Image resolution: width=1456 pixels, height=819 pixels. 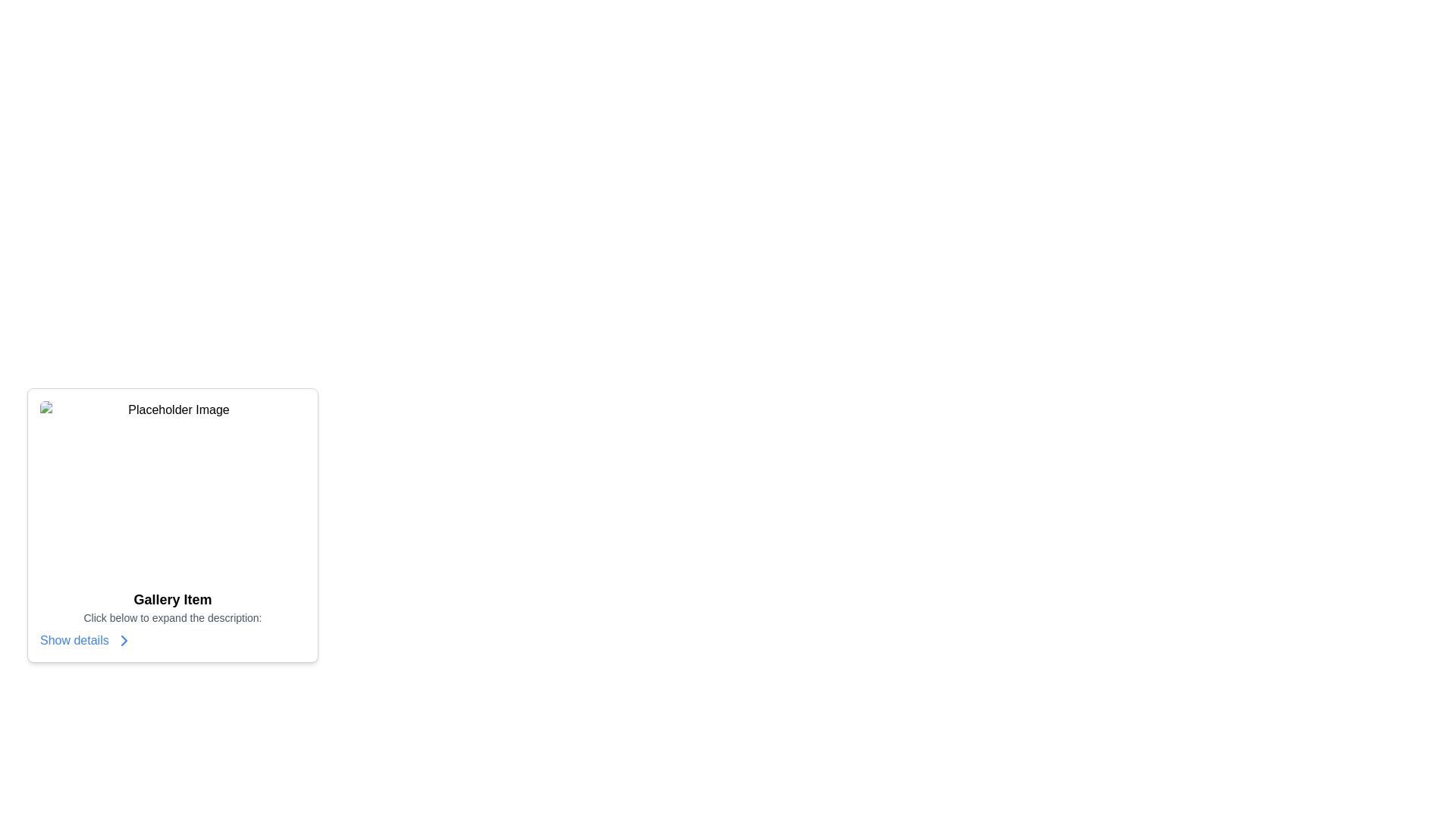 I want to click on the interactive text link 'Show details' styled in blue, located at the bottom section of the card component, so click(x=86, y=640).